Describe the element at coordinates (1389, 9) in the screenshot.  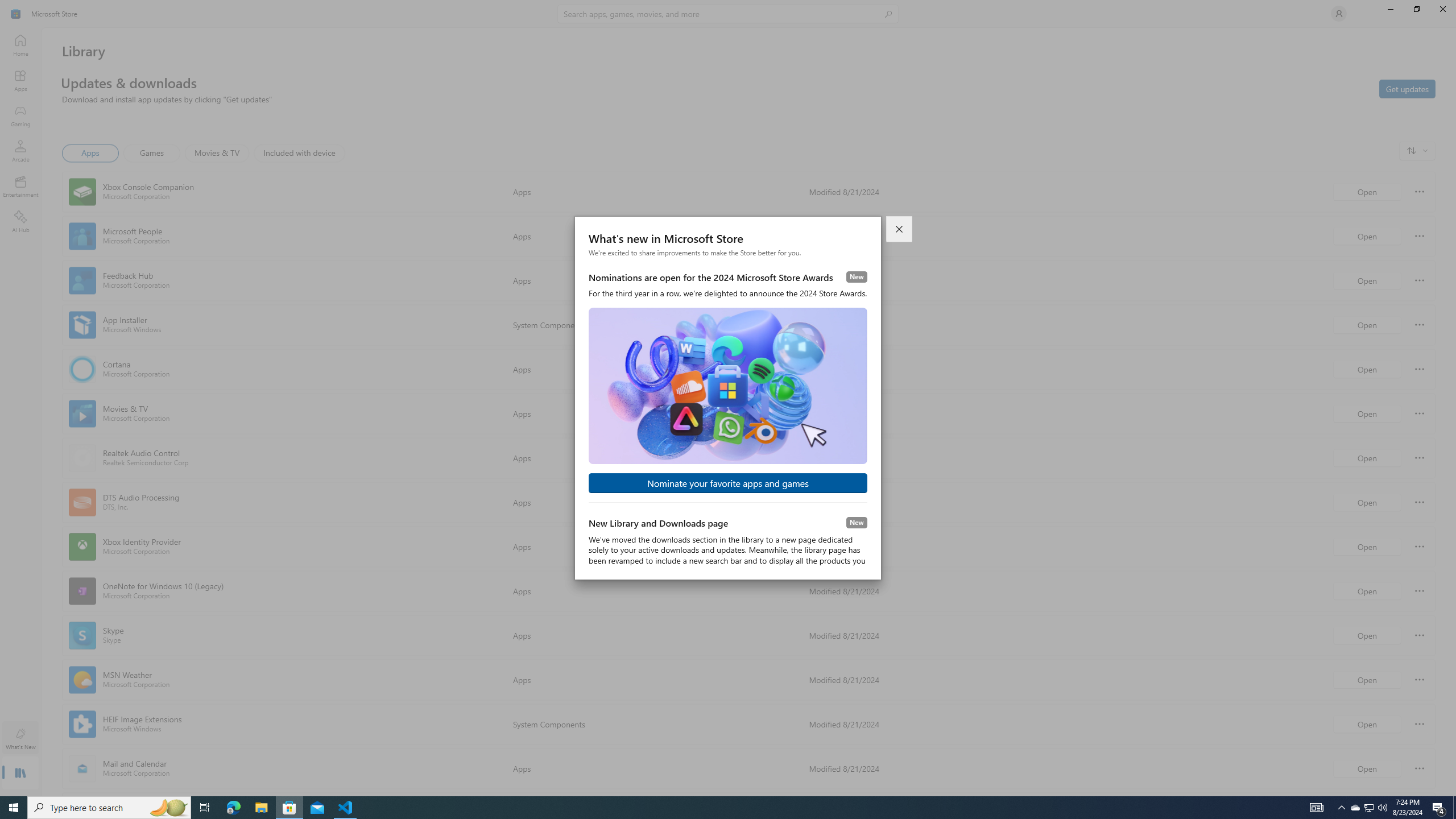
I see `'Minimize Microsoft Store'` at that location.